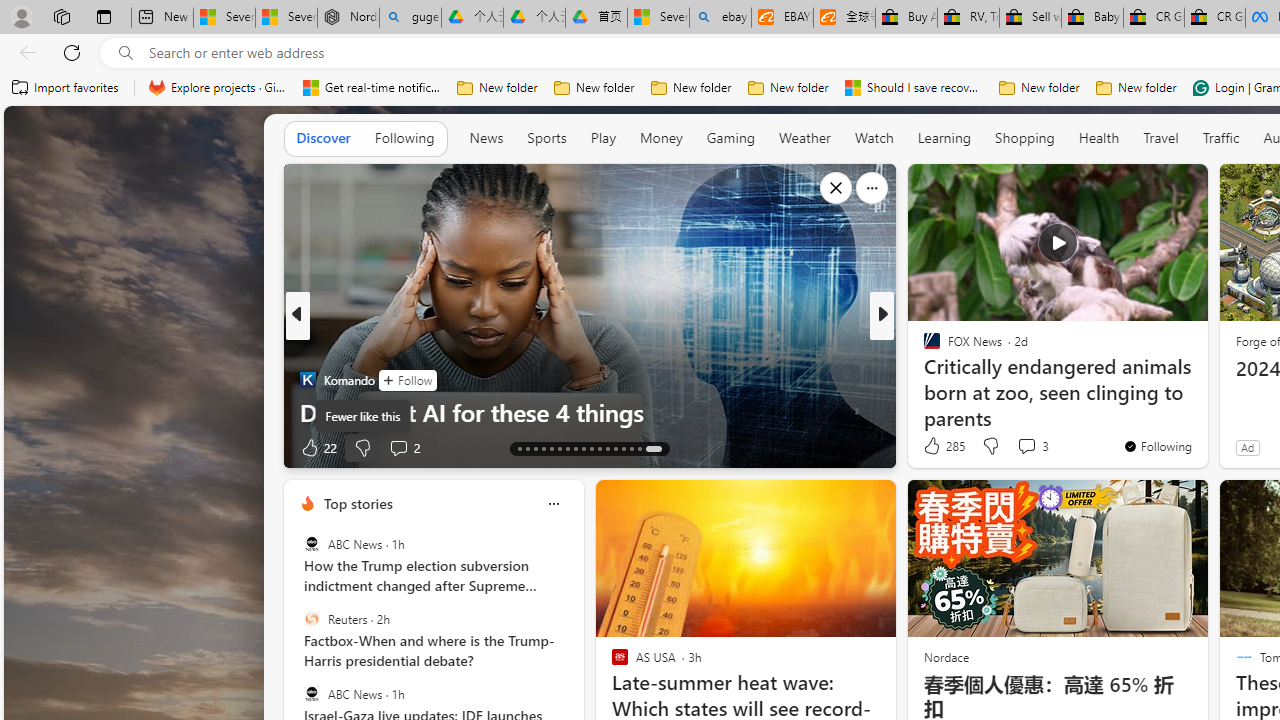 The image size is (1280, 720). I want to click on 'Weather', so click(805, 136).